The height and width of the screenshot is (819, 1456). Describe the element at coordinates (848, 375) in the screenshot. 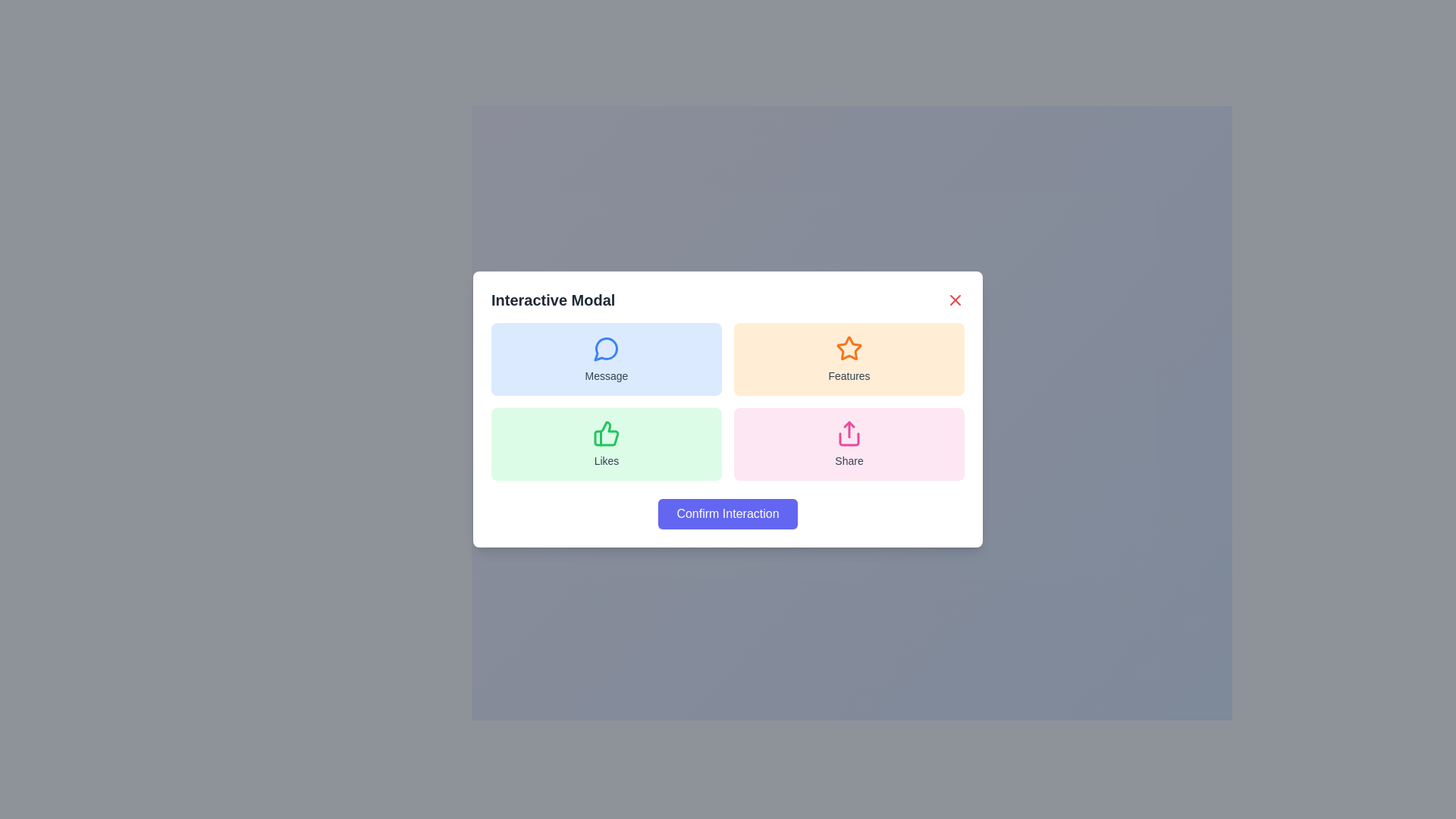

I see `the 'Features' text label, which is positioned at the bottom-center of a rounded orange background box in the top-right of the modal, directly beneath an orange star icon` at that location.